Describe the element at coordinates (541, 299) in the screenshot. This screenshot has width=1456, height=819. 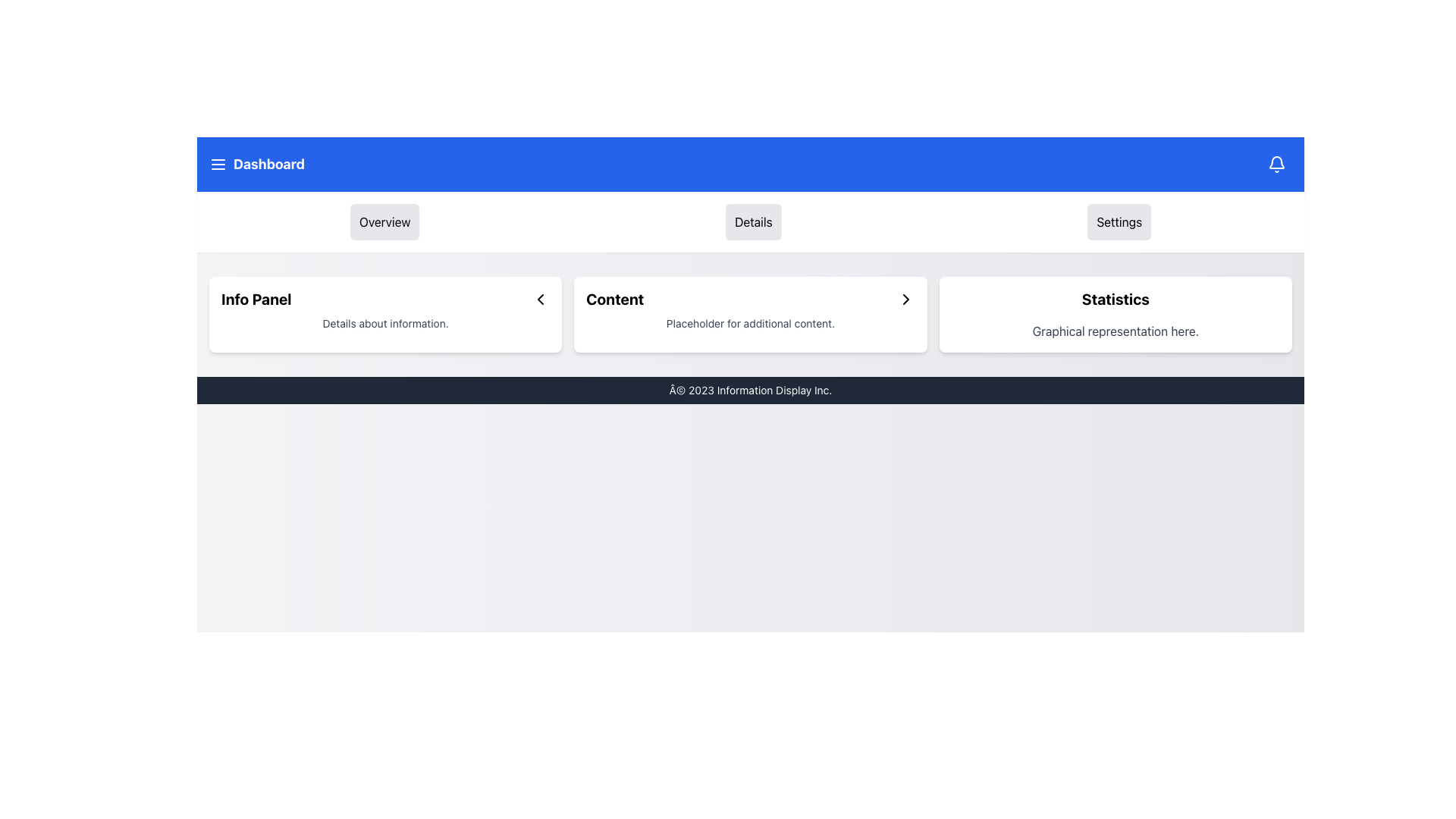
I see `the SVG Icon located to the right of the 'Info Panel' text within the 'Info Panel' card` at that location.